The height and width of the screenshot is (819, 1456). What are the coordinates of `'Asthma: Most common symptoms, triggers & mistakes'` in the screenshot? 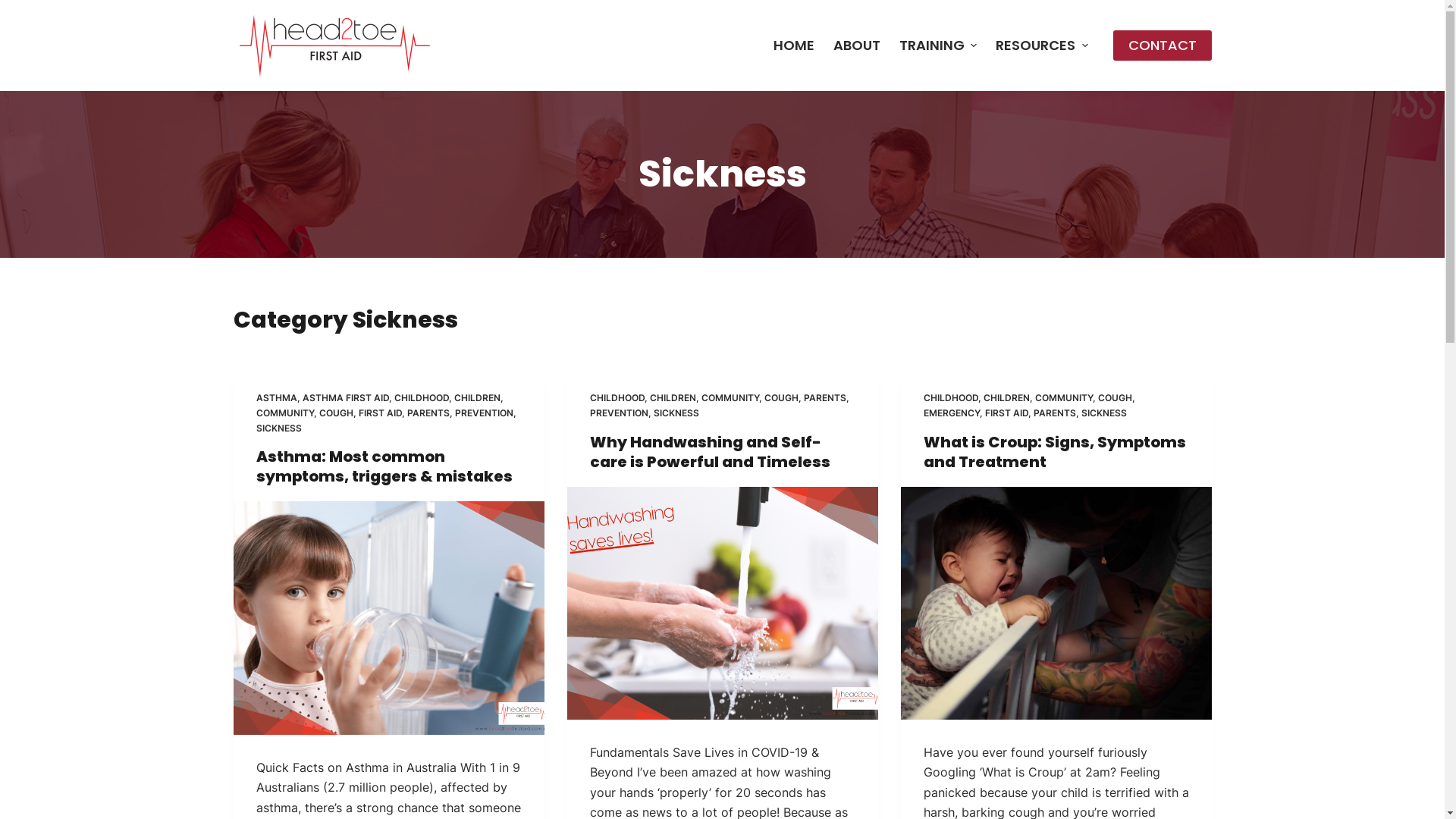 It's located at (384, 465).